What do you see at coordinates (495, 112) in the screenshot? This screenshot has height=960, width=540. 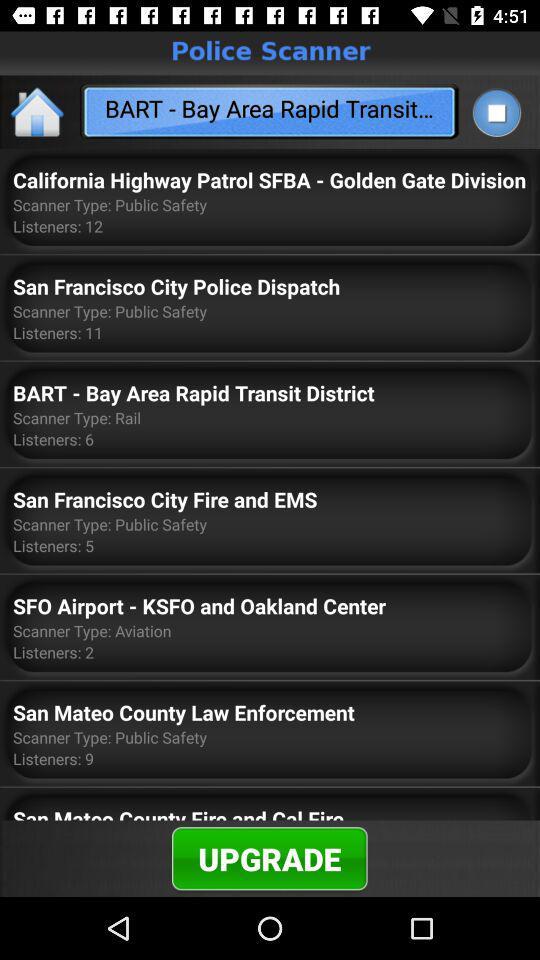 I see `pause toggle` at bounding box center [495, 112].